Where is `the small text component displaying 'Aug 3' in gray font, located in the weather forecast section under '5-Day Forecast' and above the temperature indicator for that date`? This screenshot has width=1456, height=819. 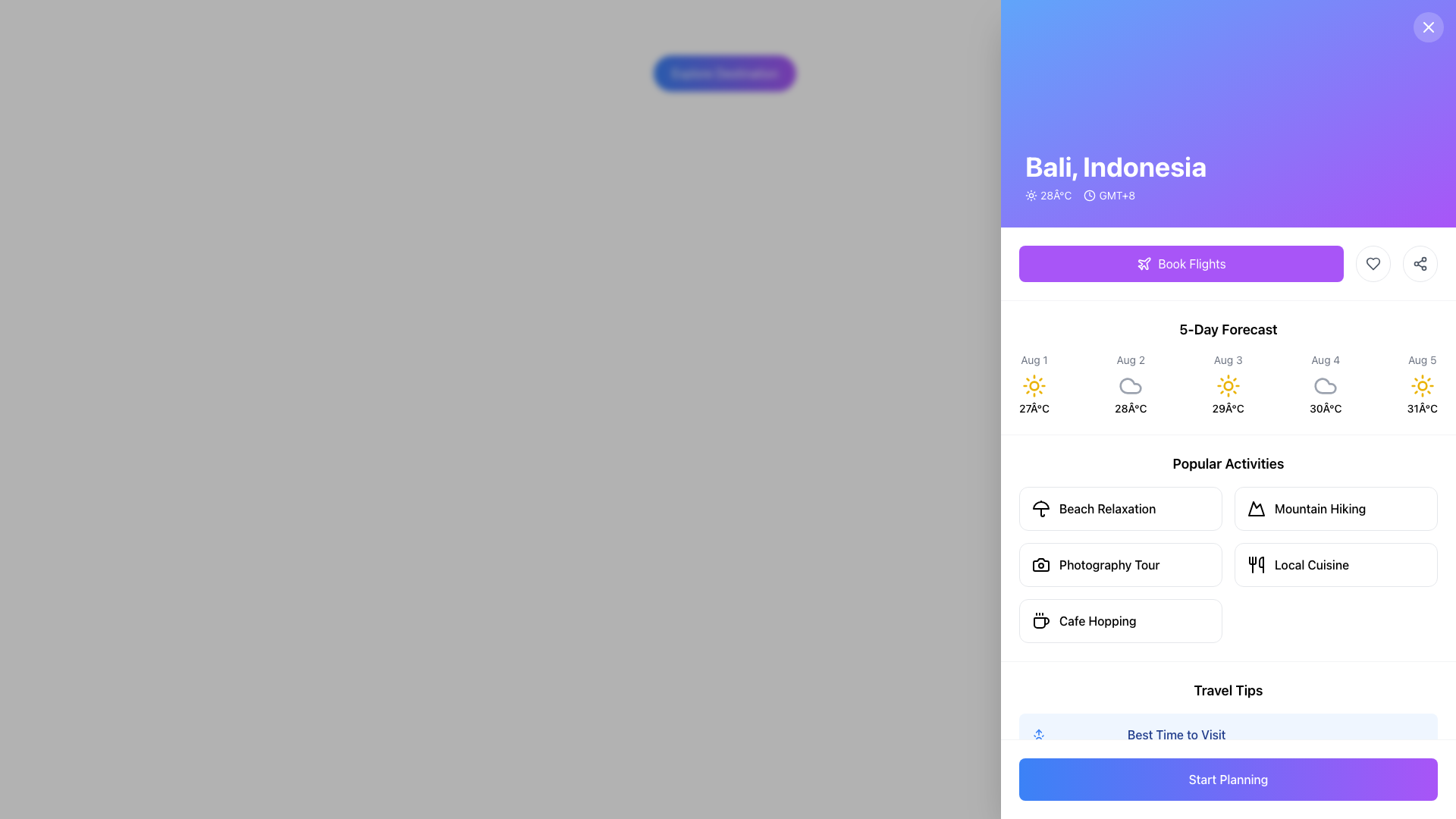
the small text component displaying 'Aug 3' in gray font, located in the weather forecast section under '5-Day Forecast' and above the temperature indicator for that date is located at coordinates (1228, 359).